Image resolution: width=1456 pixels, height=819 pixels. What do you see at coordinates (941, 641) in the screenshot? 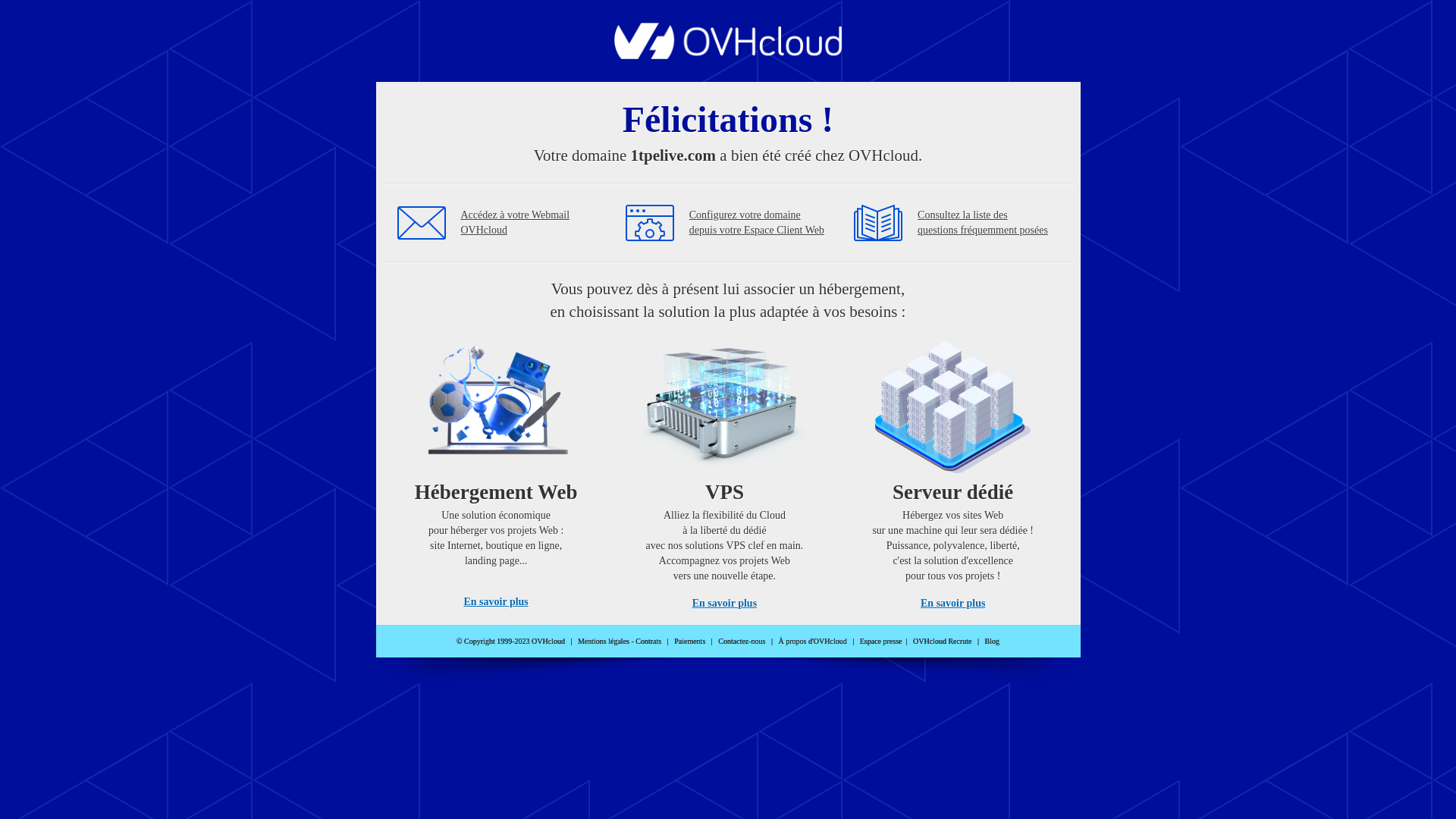
I see `'OVHcloud Recrute'` at bounding box center [941, 641].